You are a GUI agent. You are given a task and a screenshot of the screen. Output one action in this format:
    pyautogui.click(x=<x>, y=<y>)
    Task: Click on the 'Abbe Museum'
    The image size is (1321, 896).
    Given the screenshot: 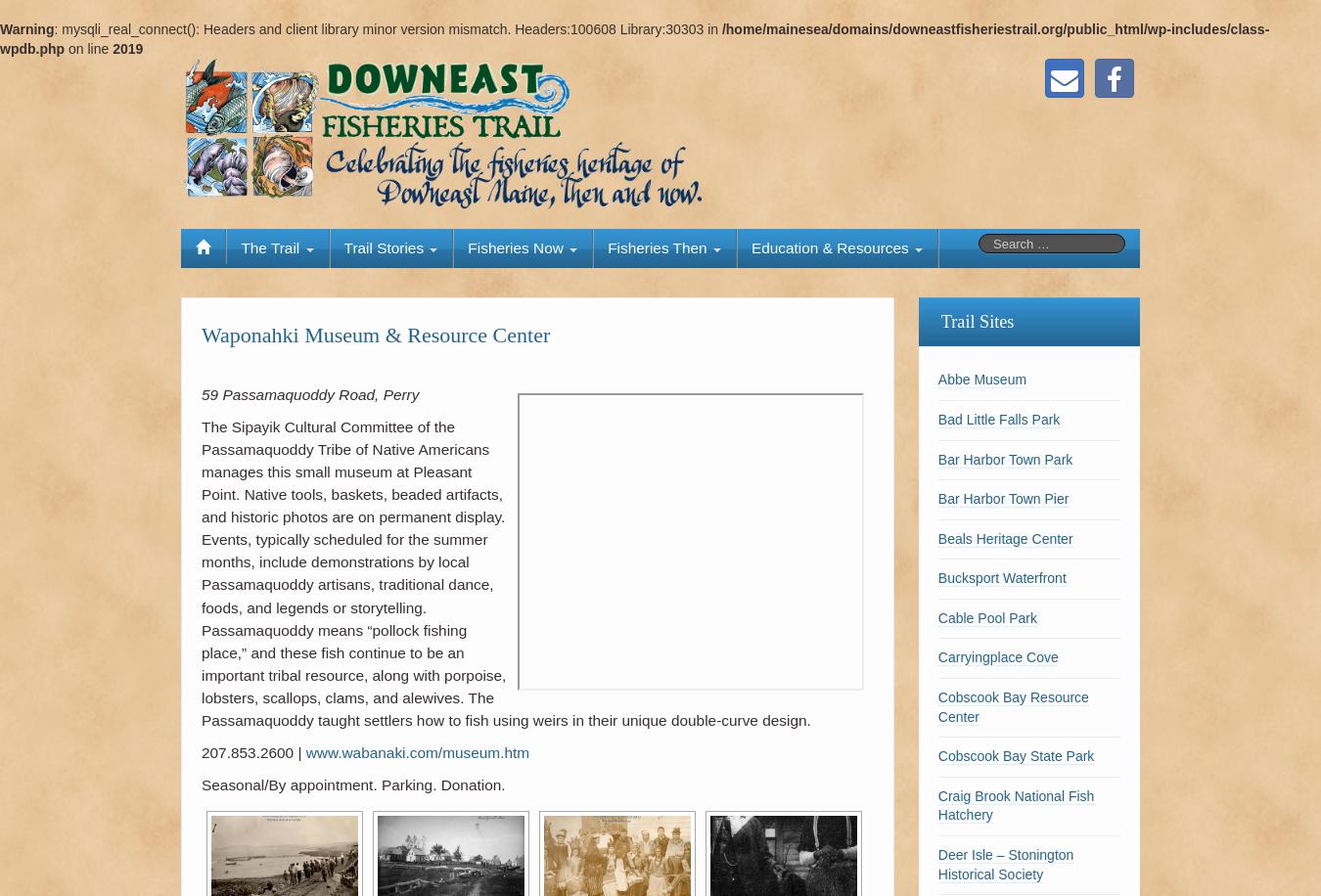 What is the action you would take?
    pyautogui.click(x=980, y=380)
    